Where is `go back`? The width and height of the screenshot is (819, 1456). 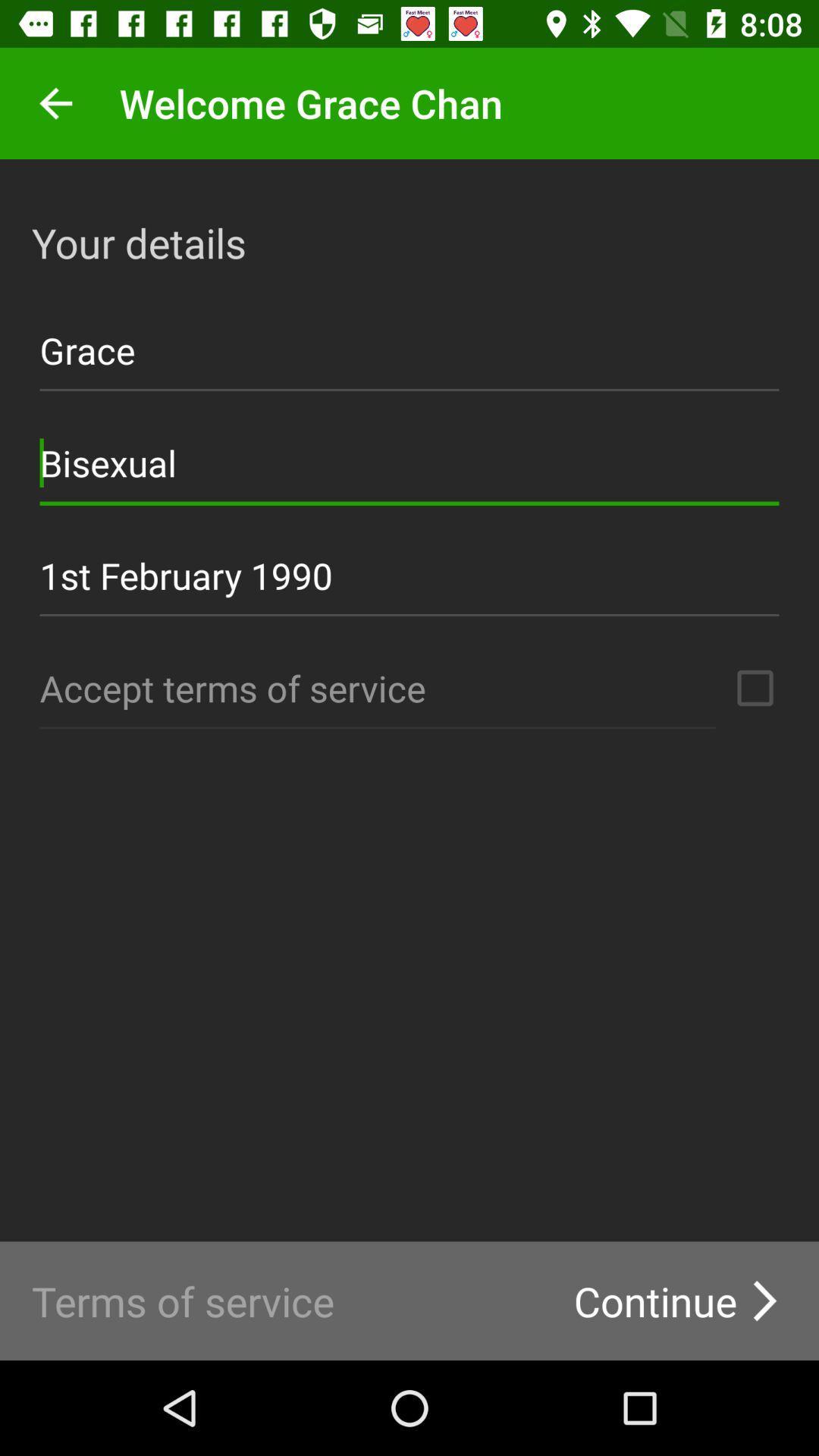
go back is located at coordinates (55, 102).